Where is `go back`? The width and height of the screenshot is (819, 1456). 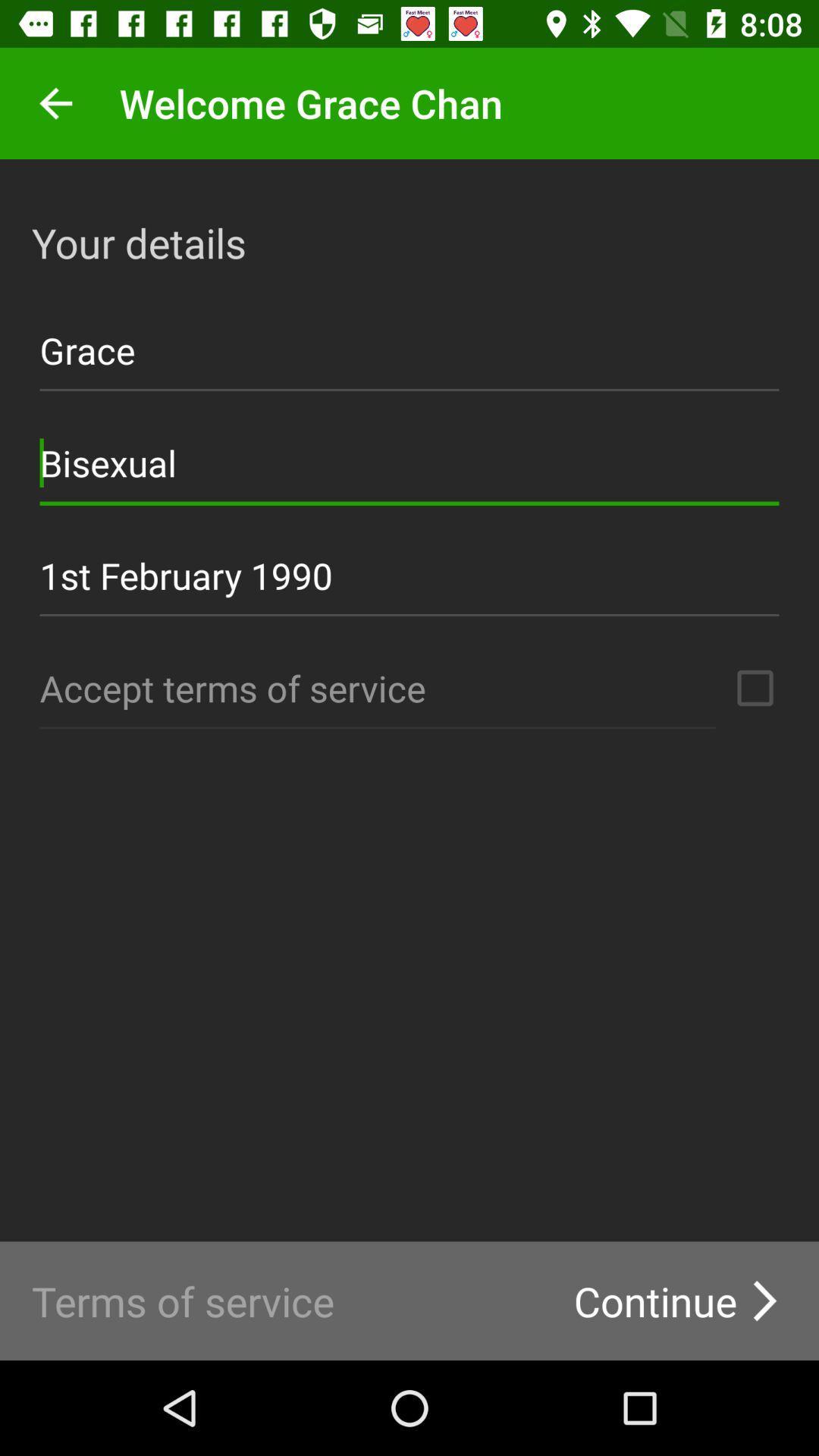
go back is located at coordinates (55, 102).